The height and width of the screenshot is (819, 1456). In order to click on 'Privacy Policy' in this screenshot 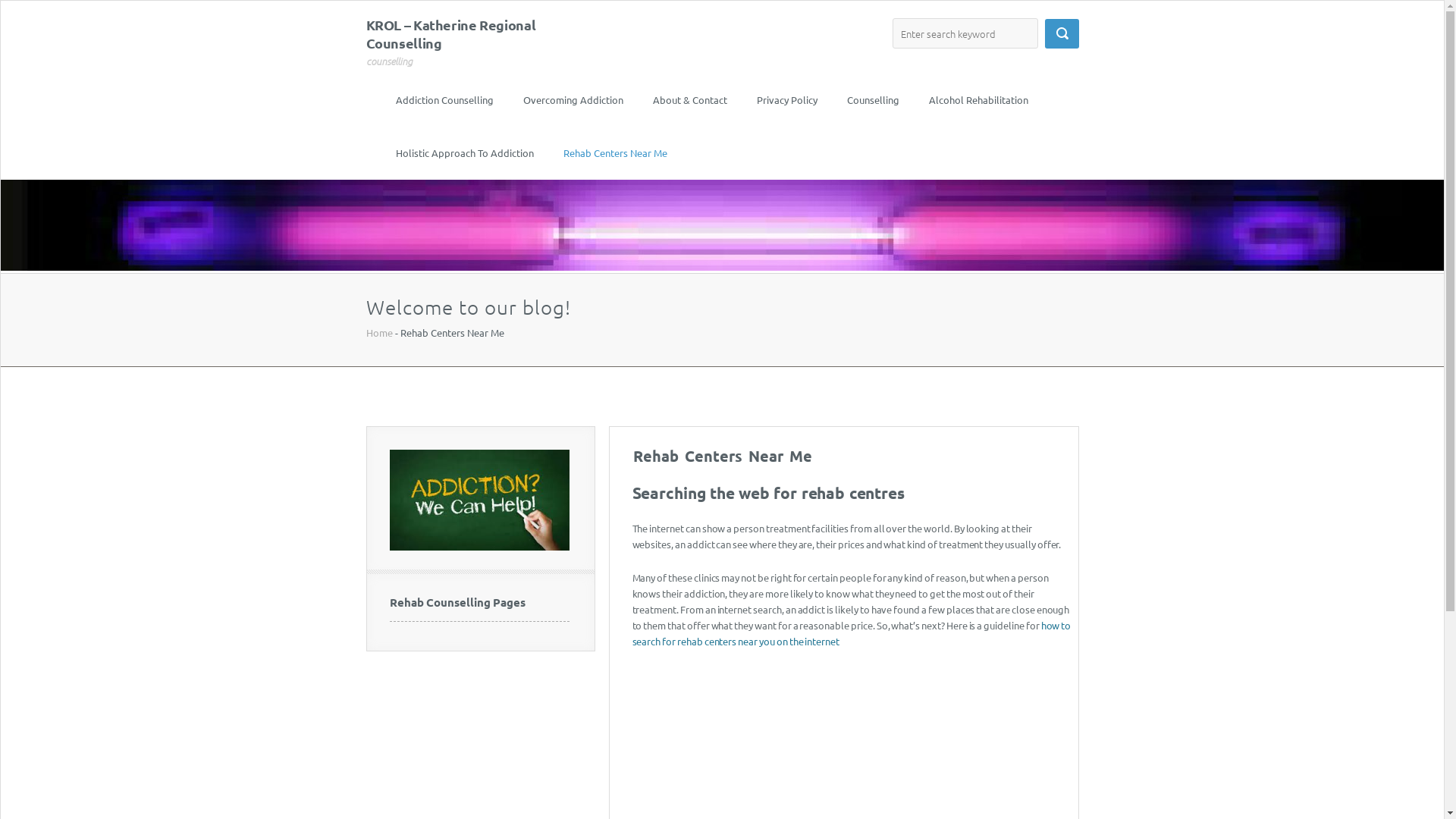, I will do `click(786, 99)`.